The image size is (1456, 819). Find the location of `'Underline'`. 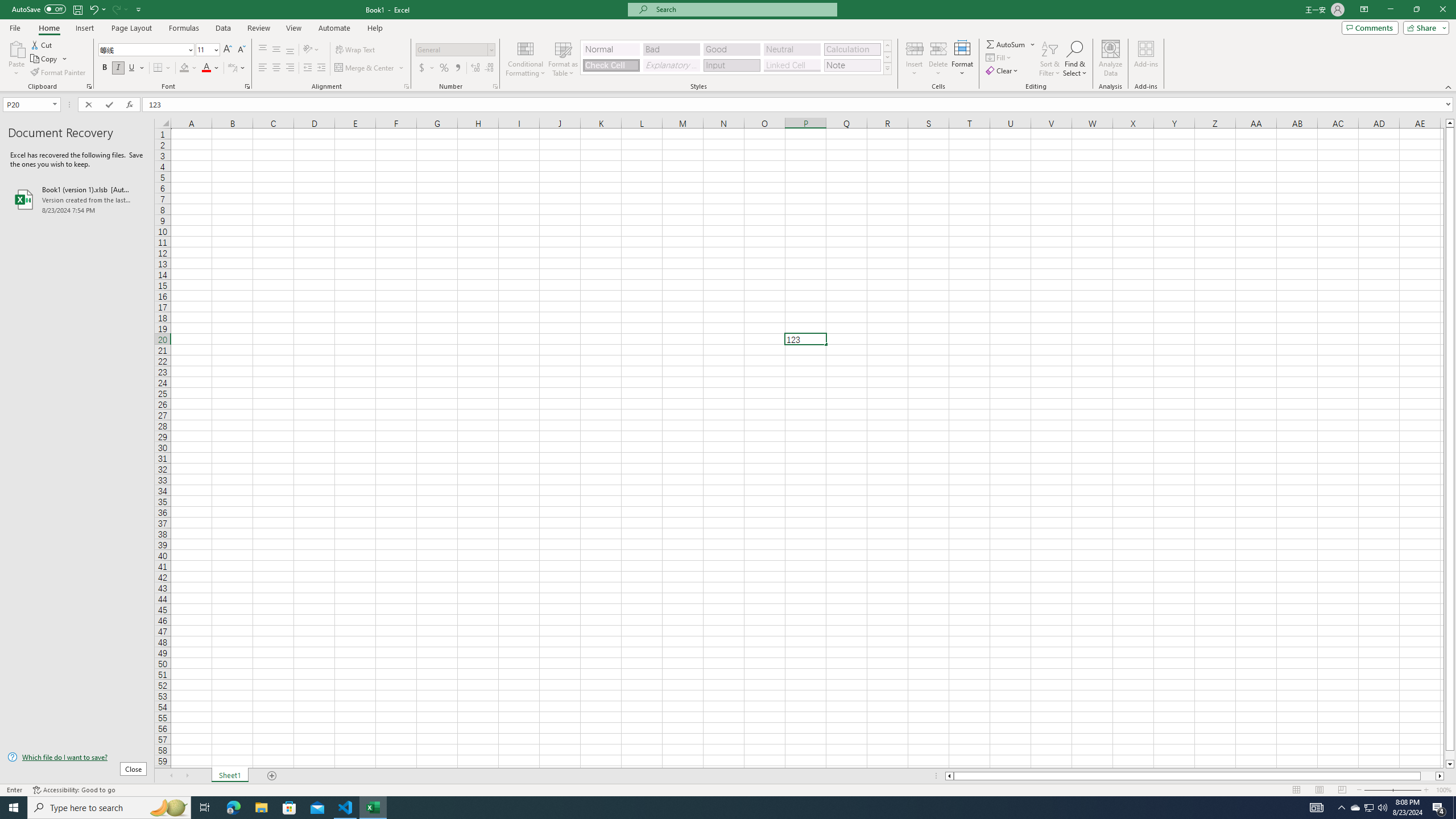

'Underline' is located at coordinates (131, 67).